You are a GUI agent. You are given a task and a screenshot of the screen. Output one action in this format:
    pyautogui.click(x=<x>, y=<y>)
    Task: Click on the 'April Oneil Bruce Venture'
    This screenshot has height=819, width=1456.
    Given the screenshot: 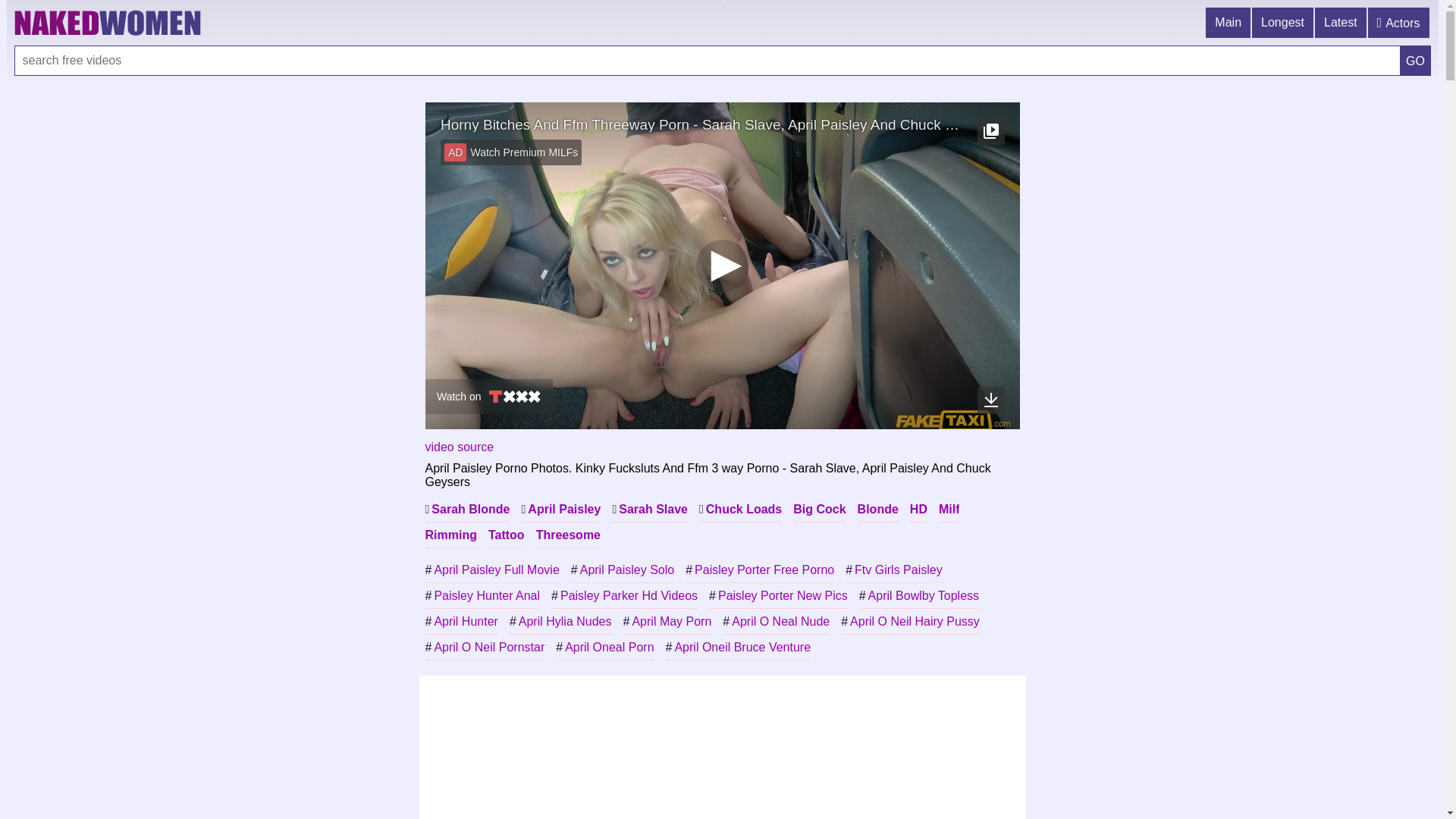 What is the action you would take?
    pyautogui.click(x=739, y=647)
    